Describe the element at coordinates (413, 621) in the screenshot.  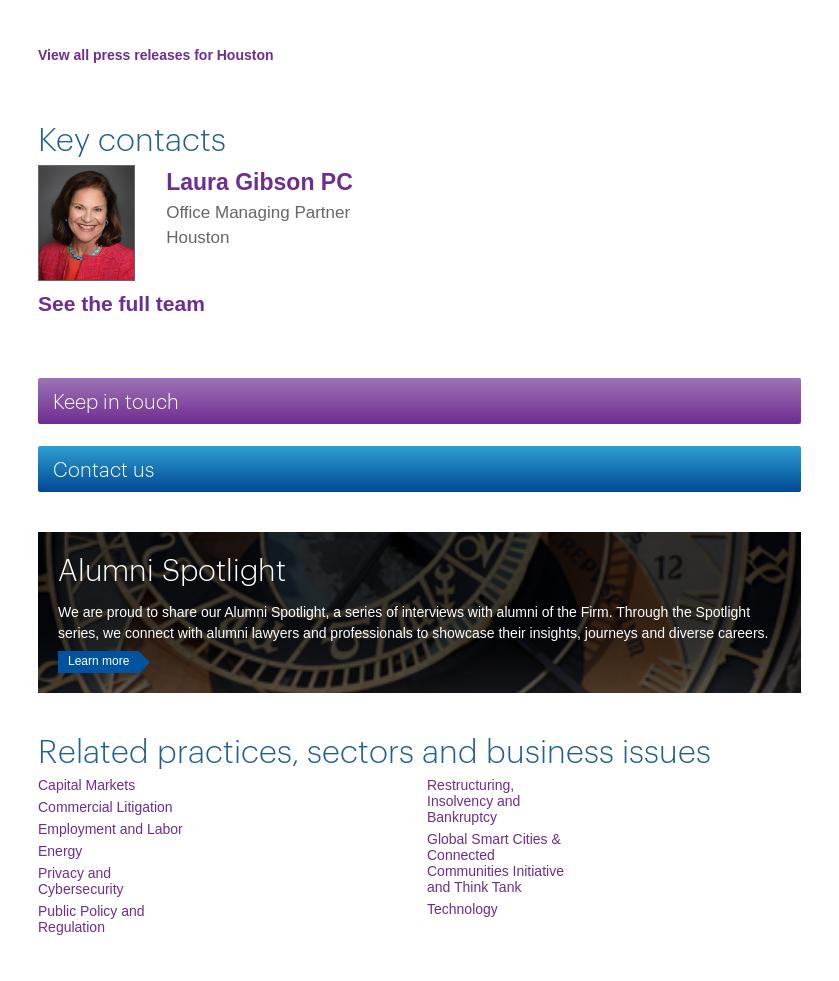
I see `'We are proud to share our Alumni Spotlight, a series of interviews with alumni of the Firm. Through the Spotlight series, we connect with alumni lawyers and professionals to showcase their insights, journeys and diverse careers.'` at that location.